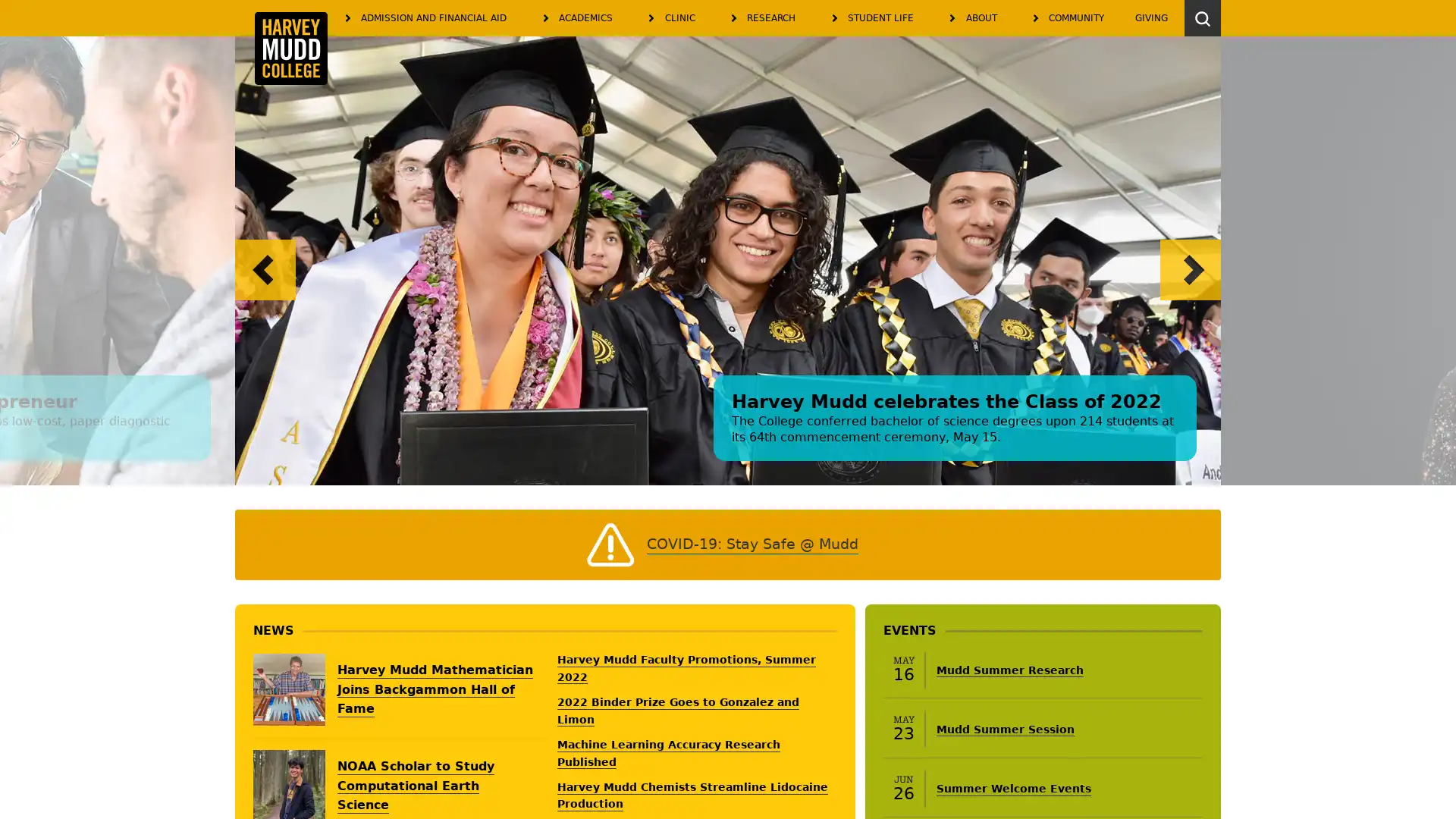  I want to click on Previous slide., so click(265, 268).